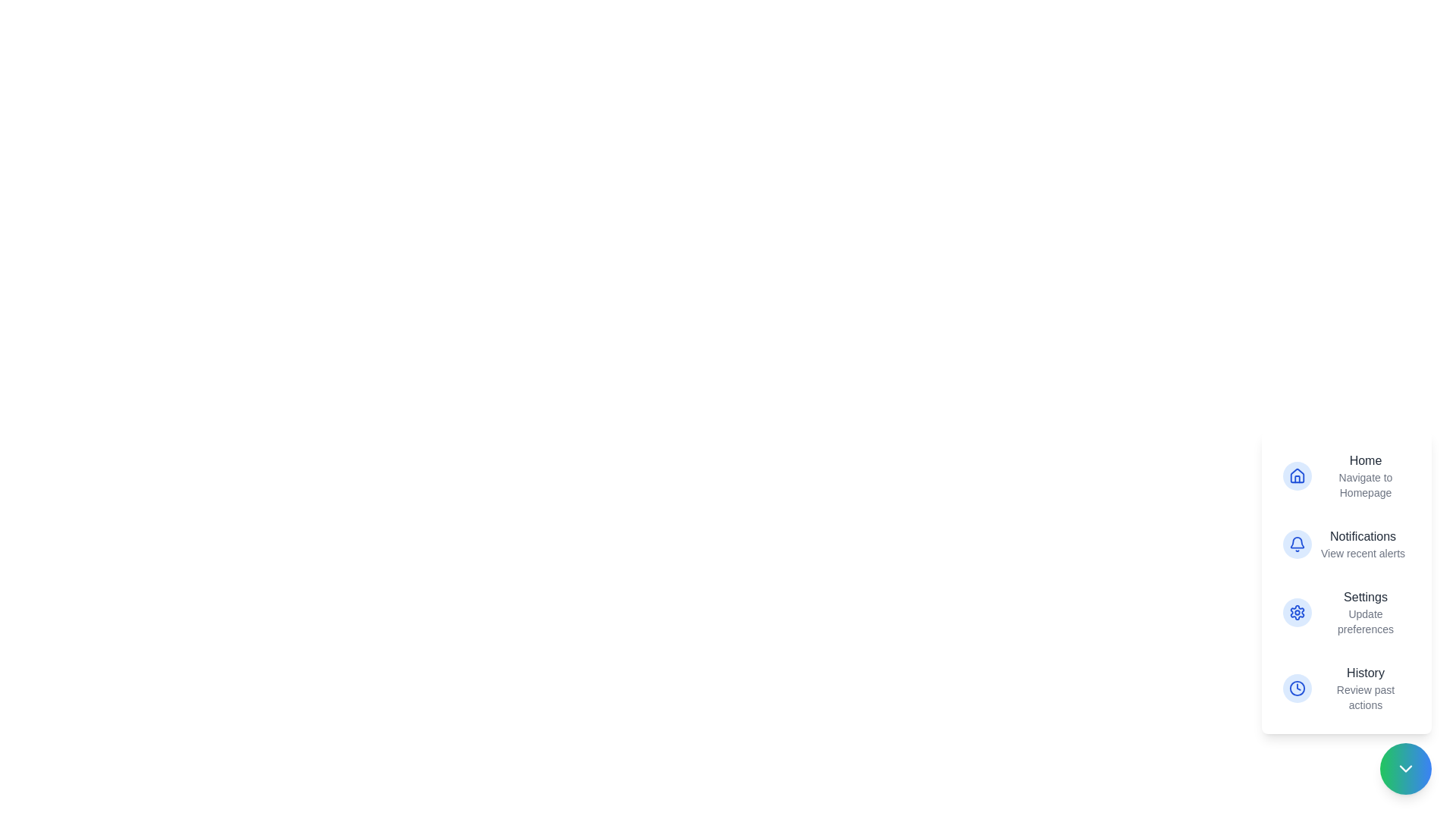 This screenshot has height=819, width=1456. I want to click on the action item corresponding to Settings, so click(1347, 611).